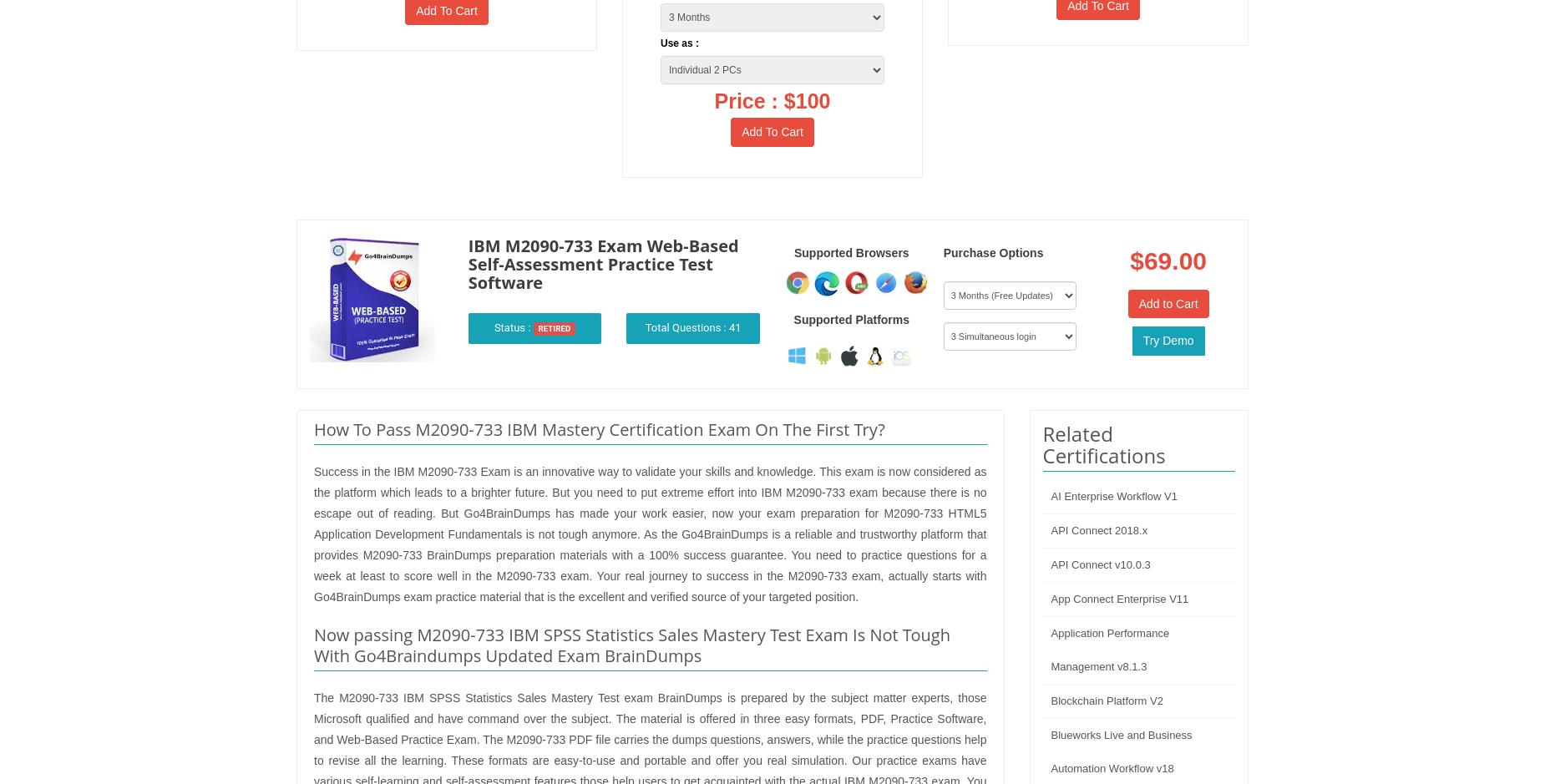 The height and width of the screenshot is (784, 1545). Describe the element at coordinates (312, 428) in the screenshot. I see `'How To Pass M2090-733 IBM Mastery Certification Exam On The First Try?'` at that location.